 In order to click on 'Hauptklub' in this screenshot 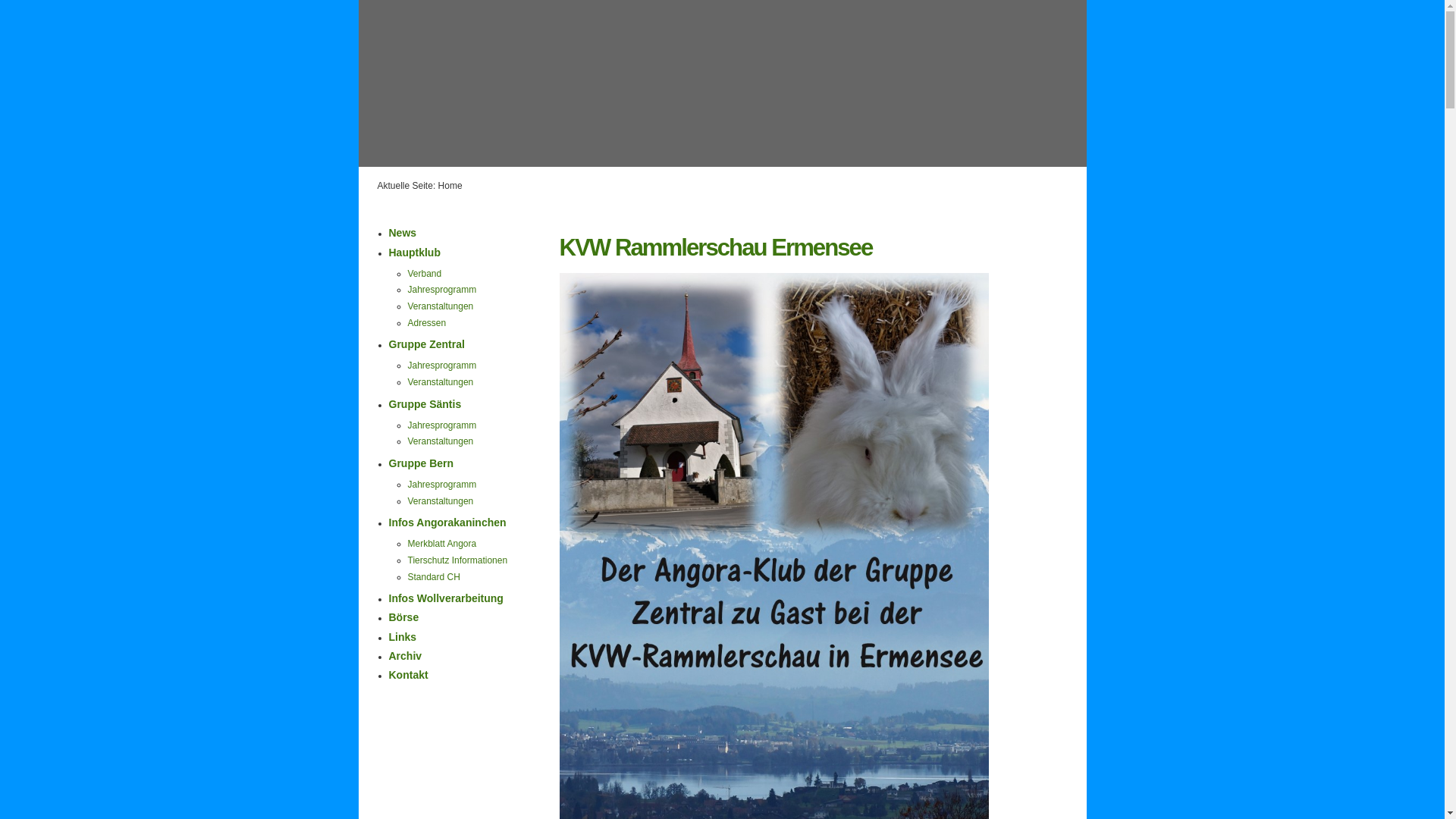, I will do `click(414, 251)`.